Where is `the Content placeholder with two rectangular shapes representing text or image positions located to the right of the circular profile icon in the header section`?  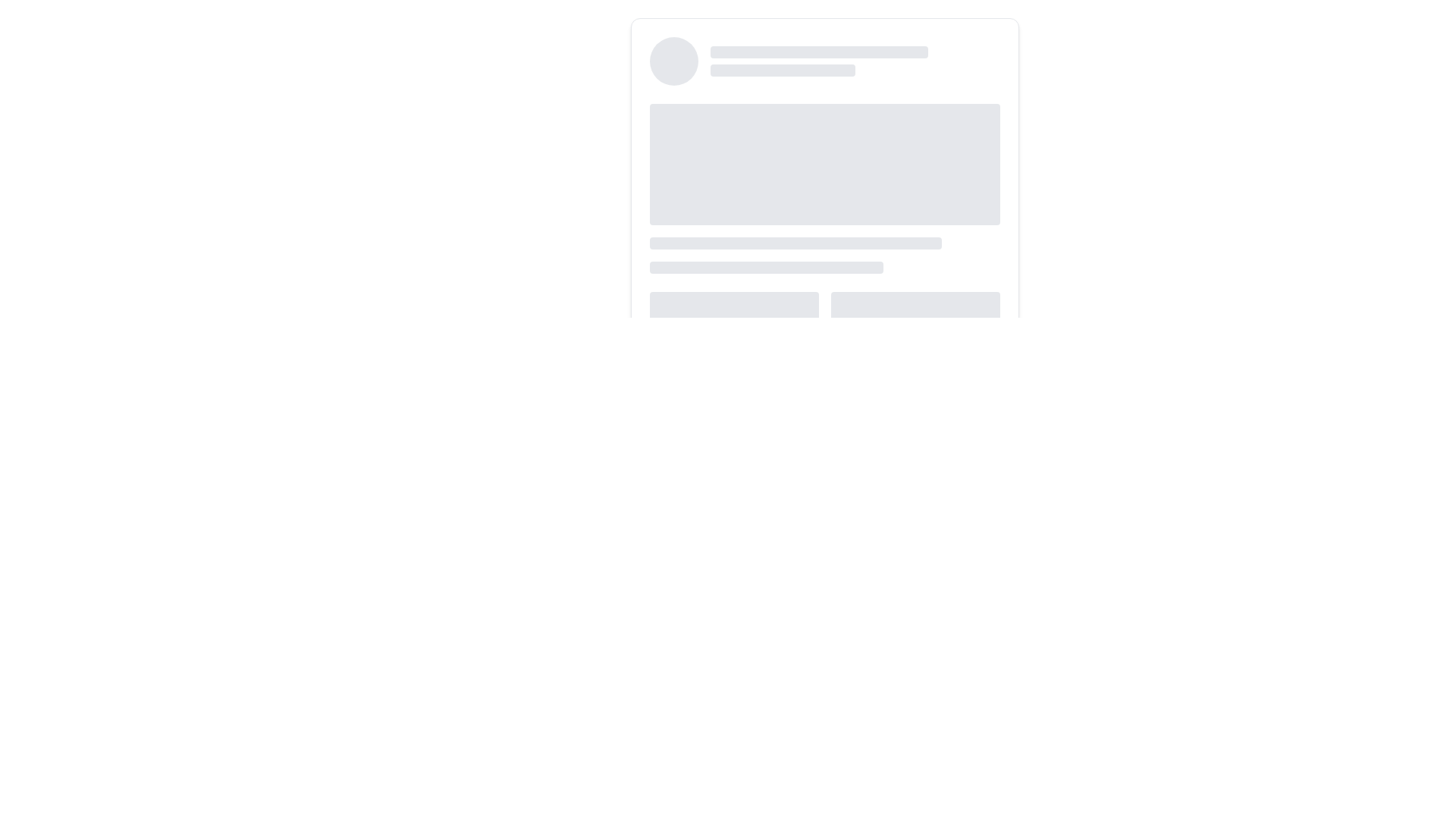 the Content placeholder with two rectangular shapes representing text or image positions located to the right of the circular profile icon in the header section is located at coordinates (855, 61).